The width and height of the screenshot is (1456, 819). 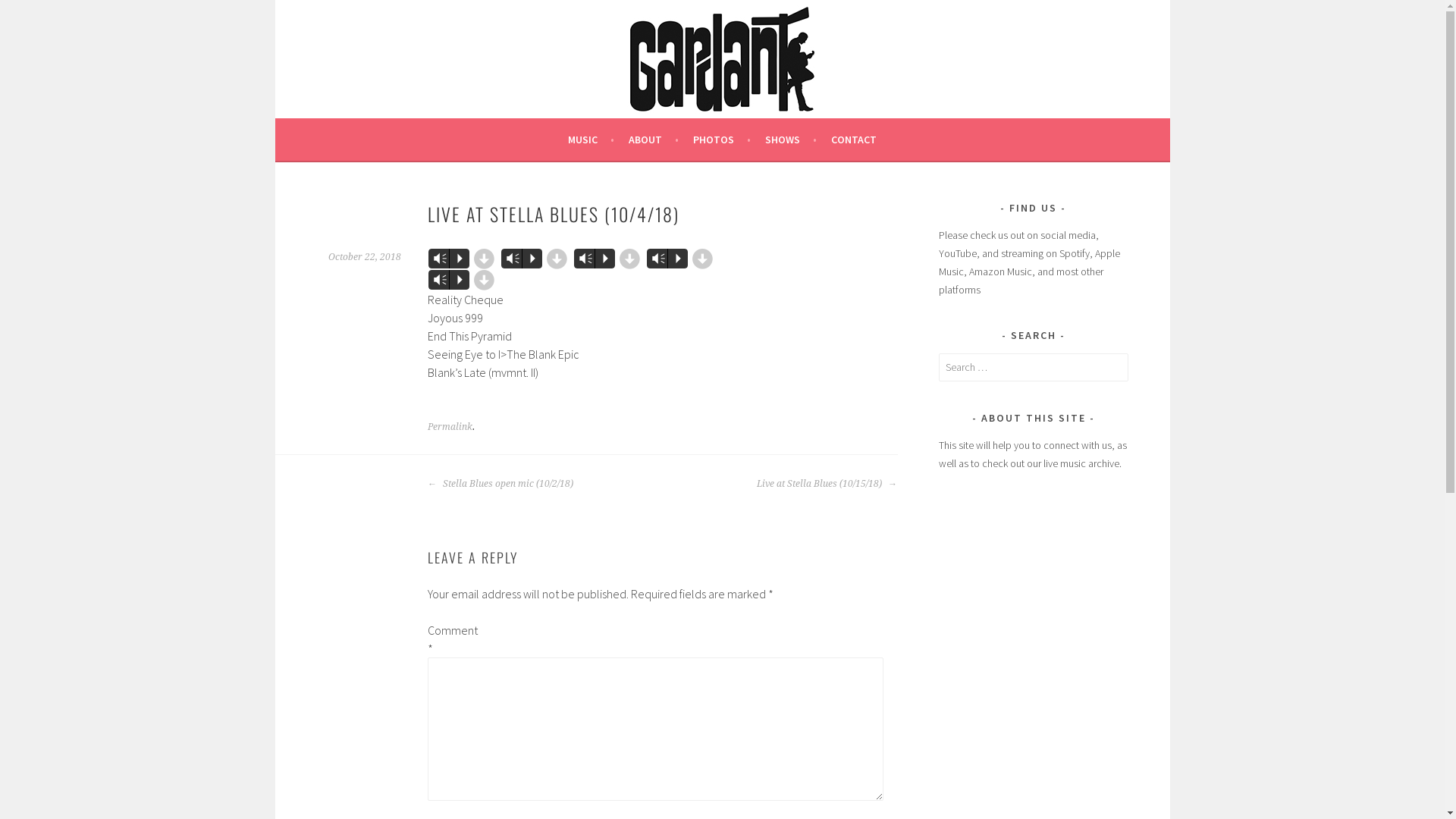 What do you see at coordinates (757, 483) in the screenshot?
I see `'Live at Stella Blues (10/15/18) '` at bounding box center [757, 483].